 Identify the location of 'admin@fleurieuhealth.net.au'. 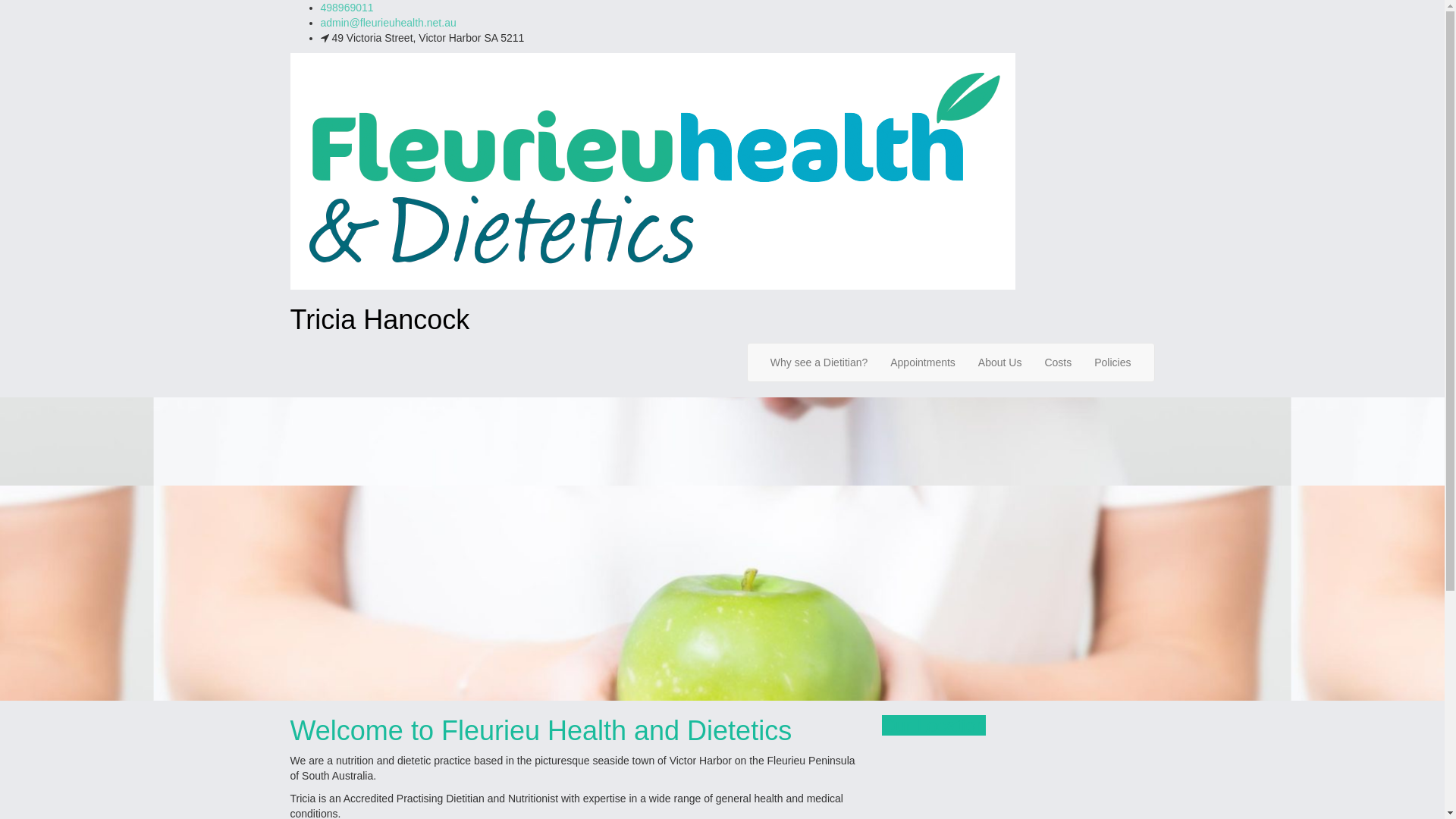
(388, 23).